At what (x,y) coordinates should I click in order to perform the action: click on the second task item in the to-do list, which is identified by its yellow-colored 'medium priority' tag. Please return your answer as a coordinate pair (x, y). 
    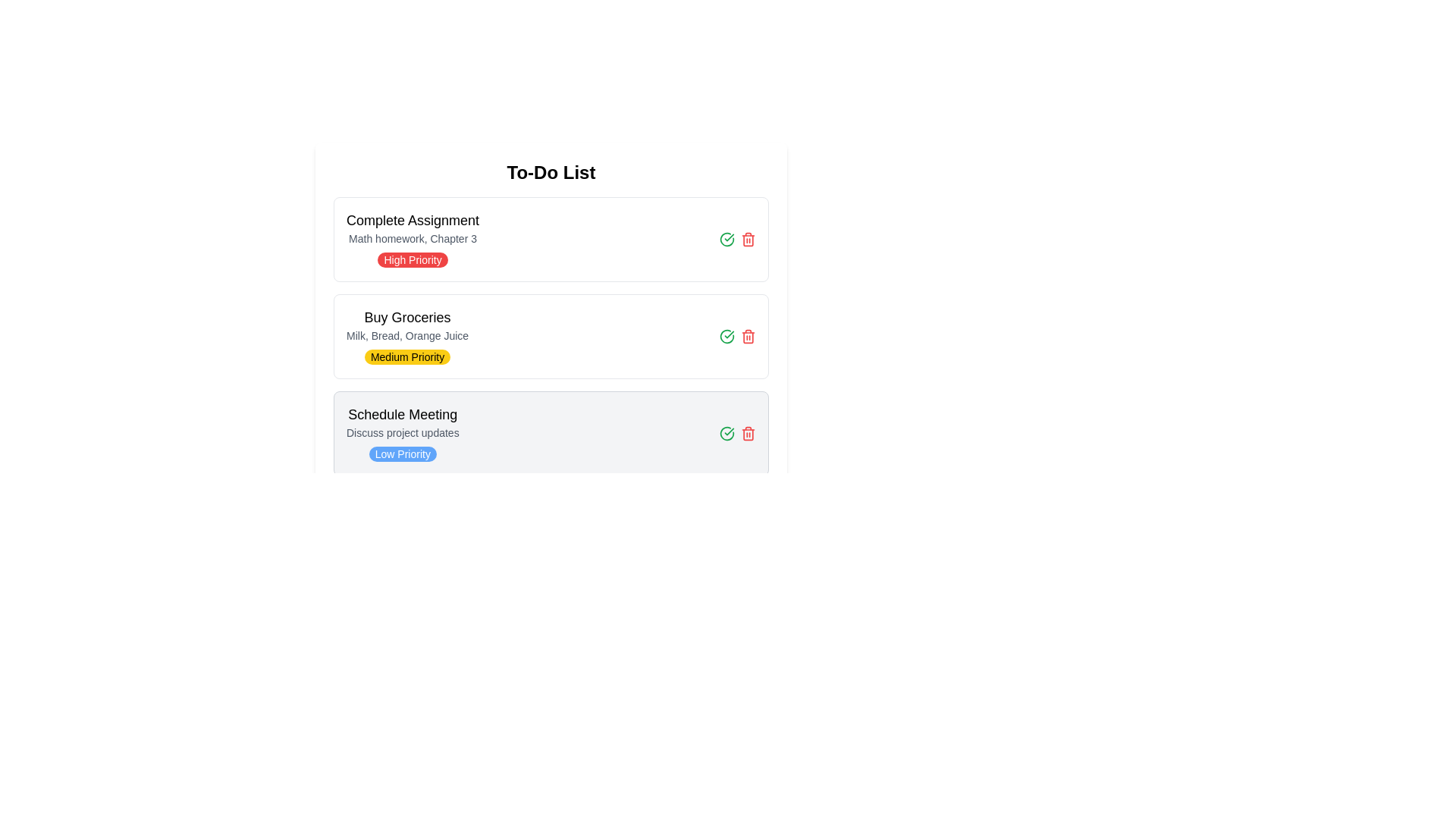
    Looking at the image, I should click on (550, 335).